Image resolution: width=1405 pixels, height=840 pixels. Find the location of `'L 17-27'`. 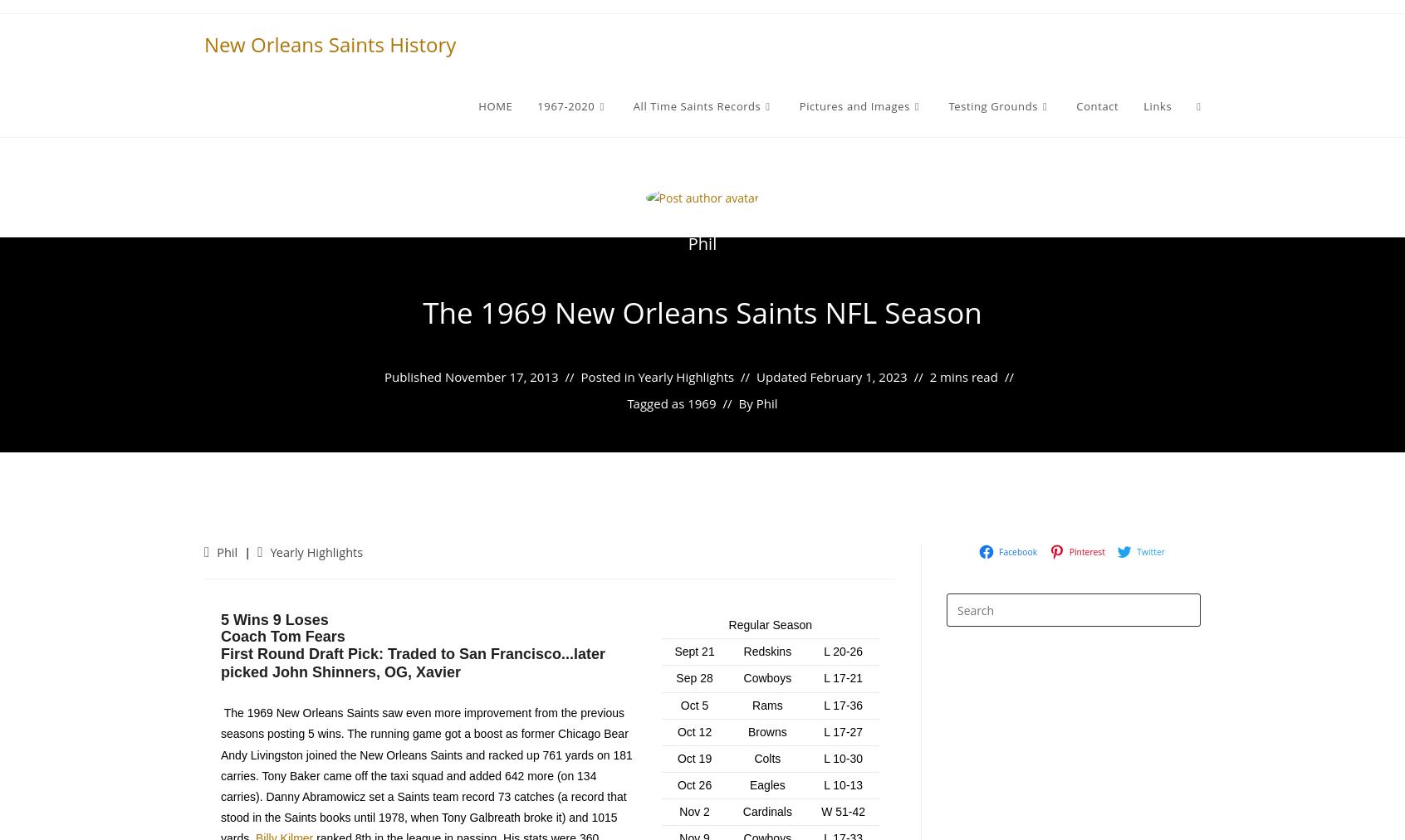

'L 17-27' is located at coordinates (823, 730).